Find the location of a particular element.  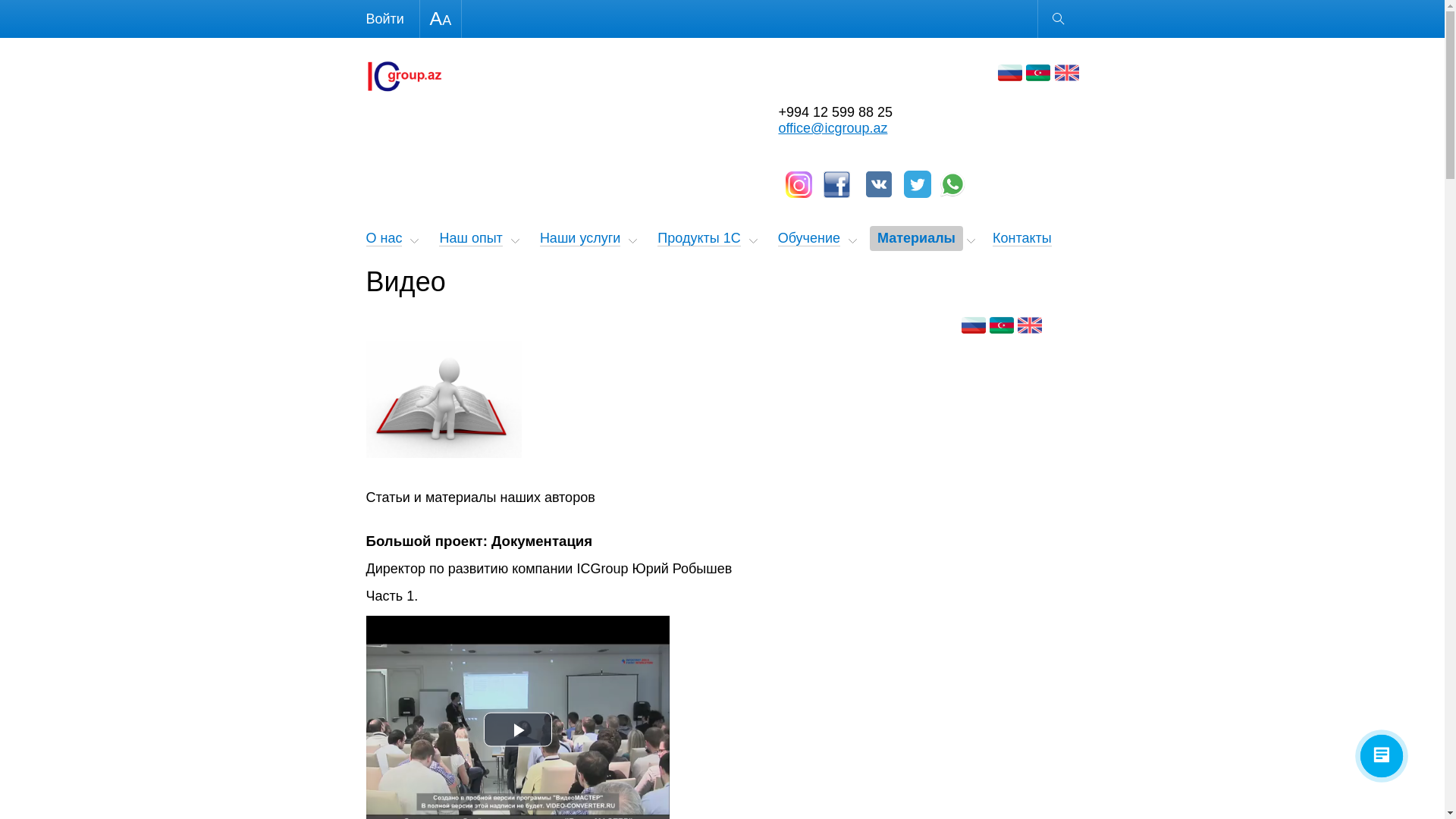

'Azerbaijani version' is located at coordinates (1037, 73).